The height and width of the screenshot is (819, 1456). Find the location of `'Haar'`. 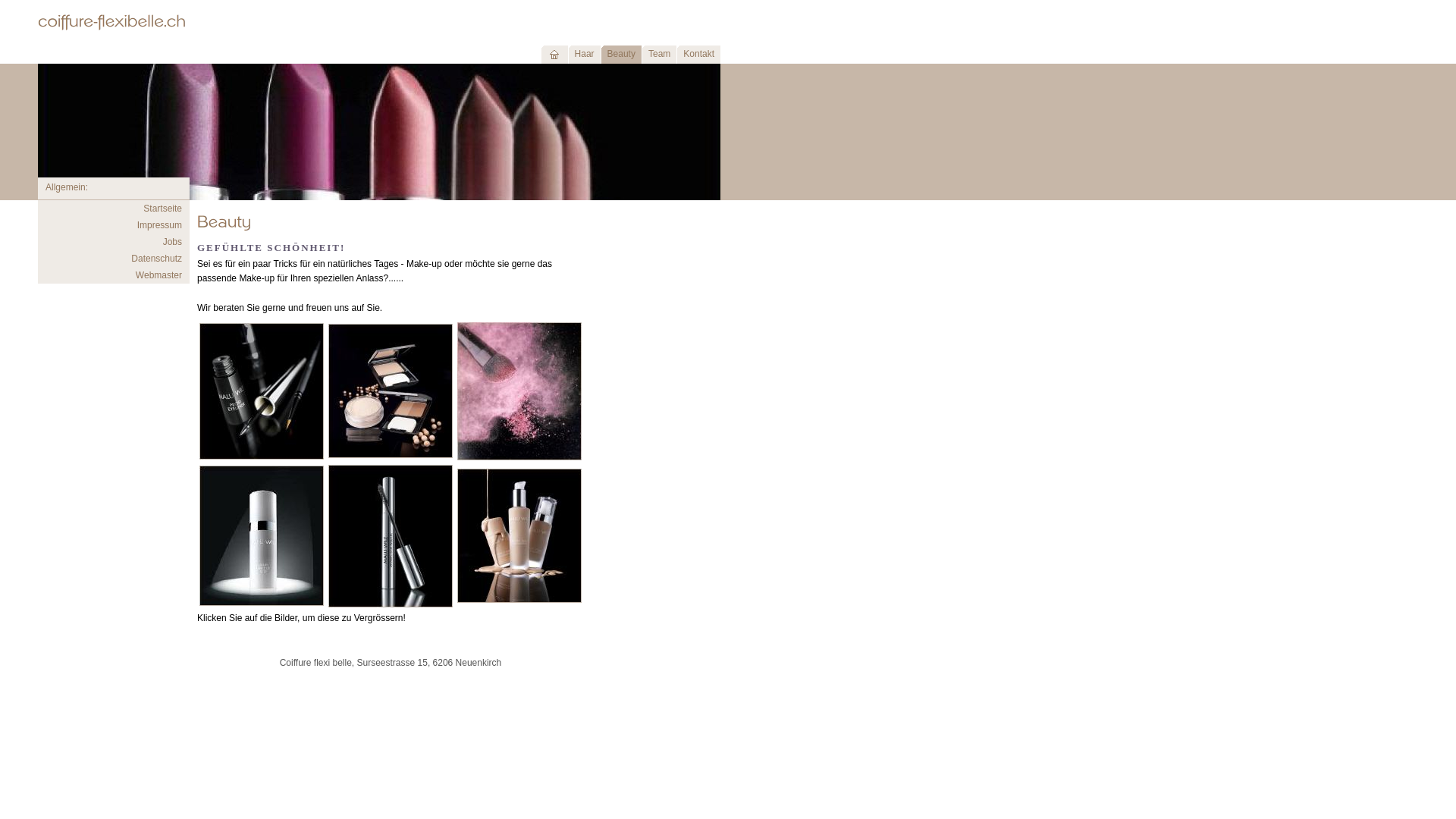

'Haar' is located at coordinates (583, 55).